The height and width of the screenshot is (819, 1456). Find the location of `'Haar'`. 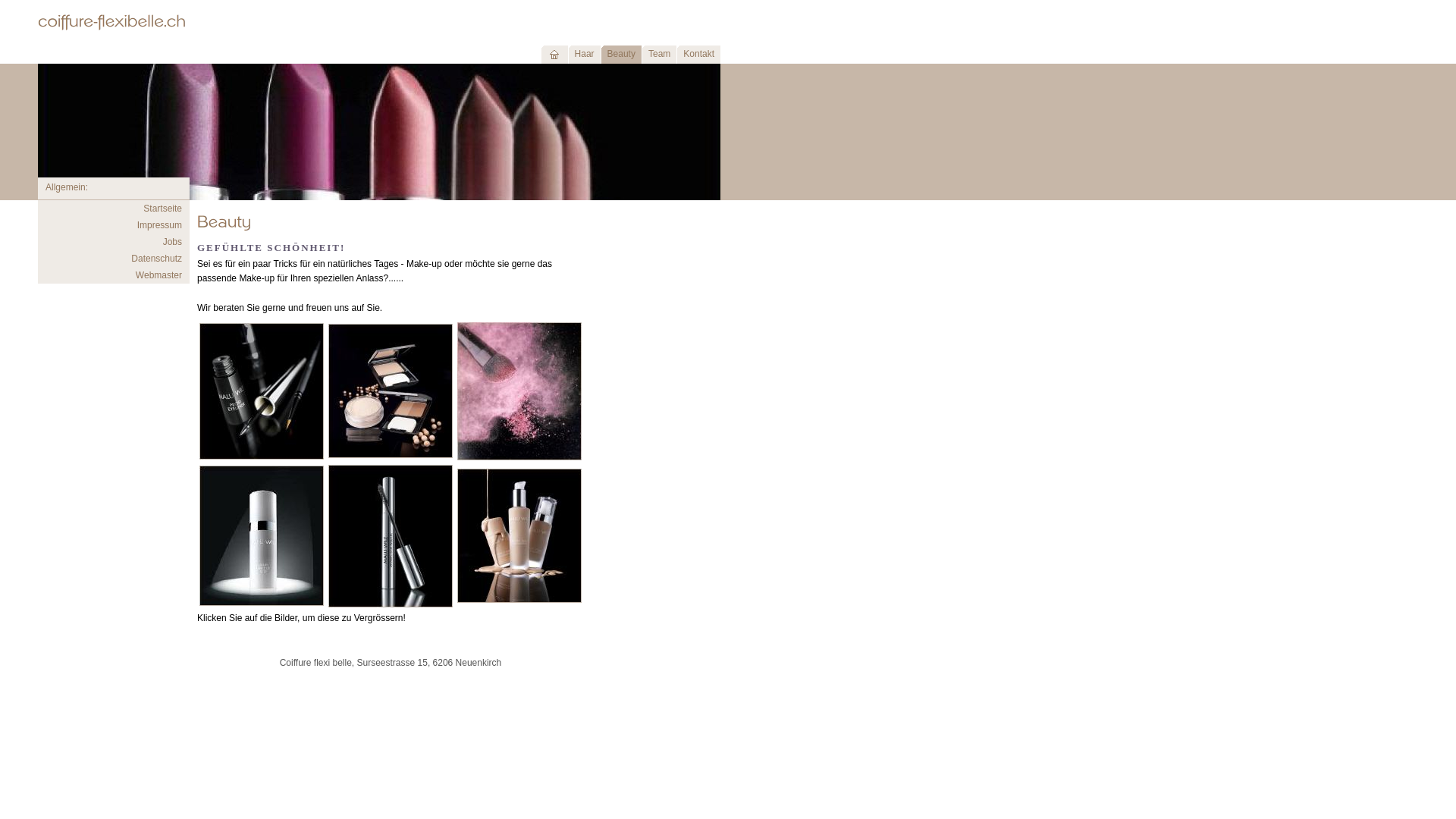

'Haar' is located at coordinates (583, 55).